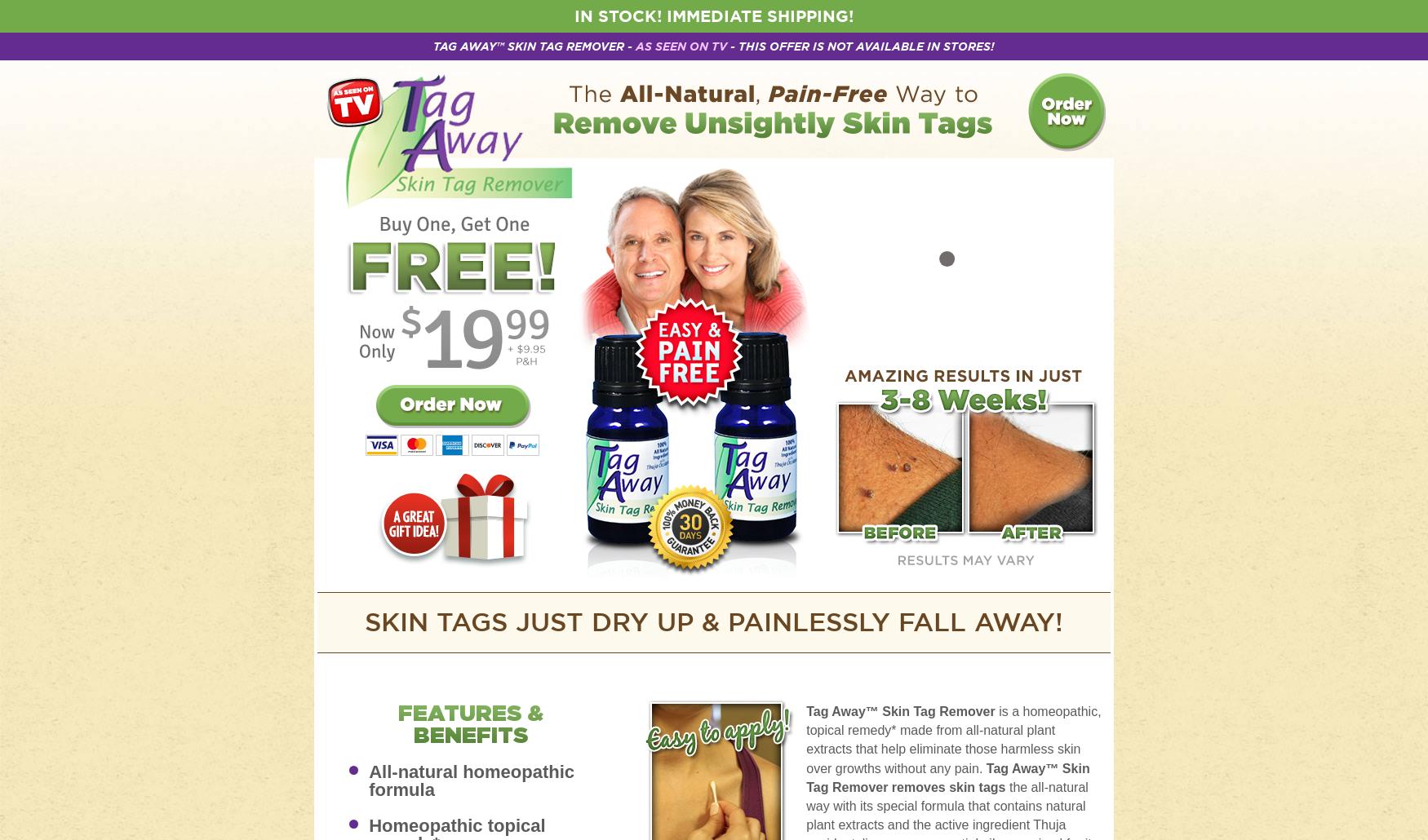 The width and height of the screenshot is (1428, 840). What do you see at coordinates (725, 46) in the screenshot?
I see `'- This Offer Is Not Available In Stores!'` at bounding box center [725, 46].